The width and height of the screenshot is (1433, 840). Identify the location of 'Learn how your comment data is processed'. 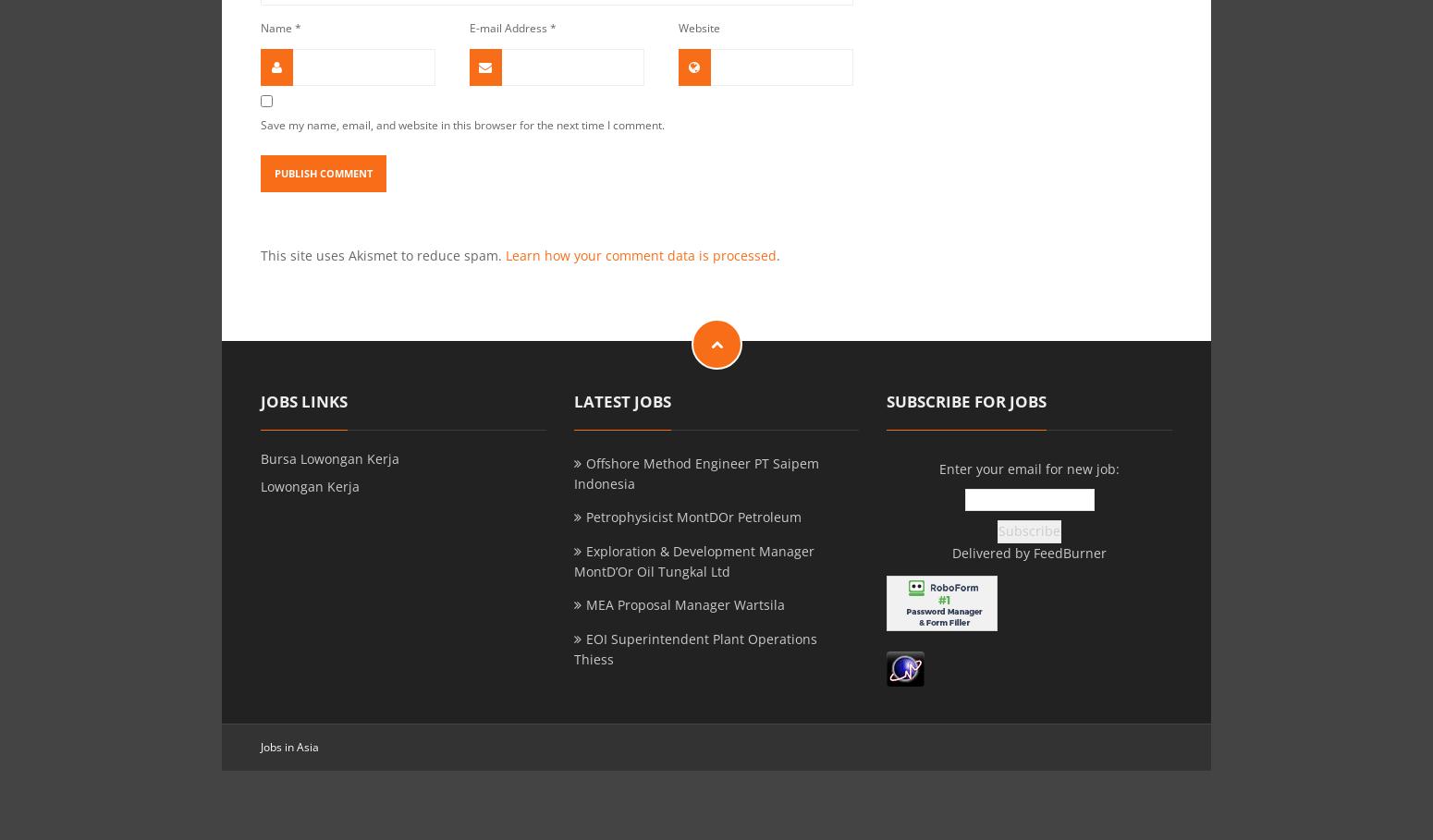
(639, 254).